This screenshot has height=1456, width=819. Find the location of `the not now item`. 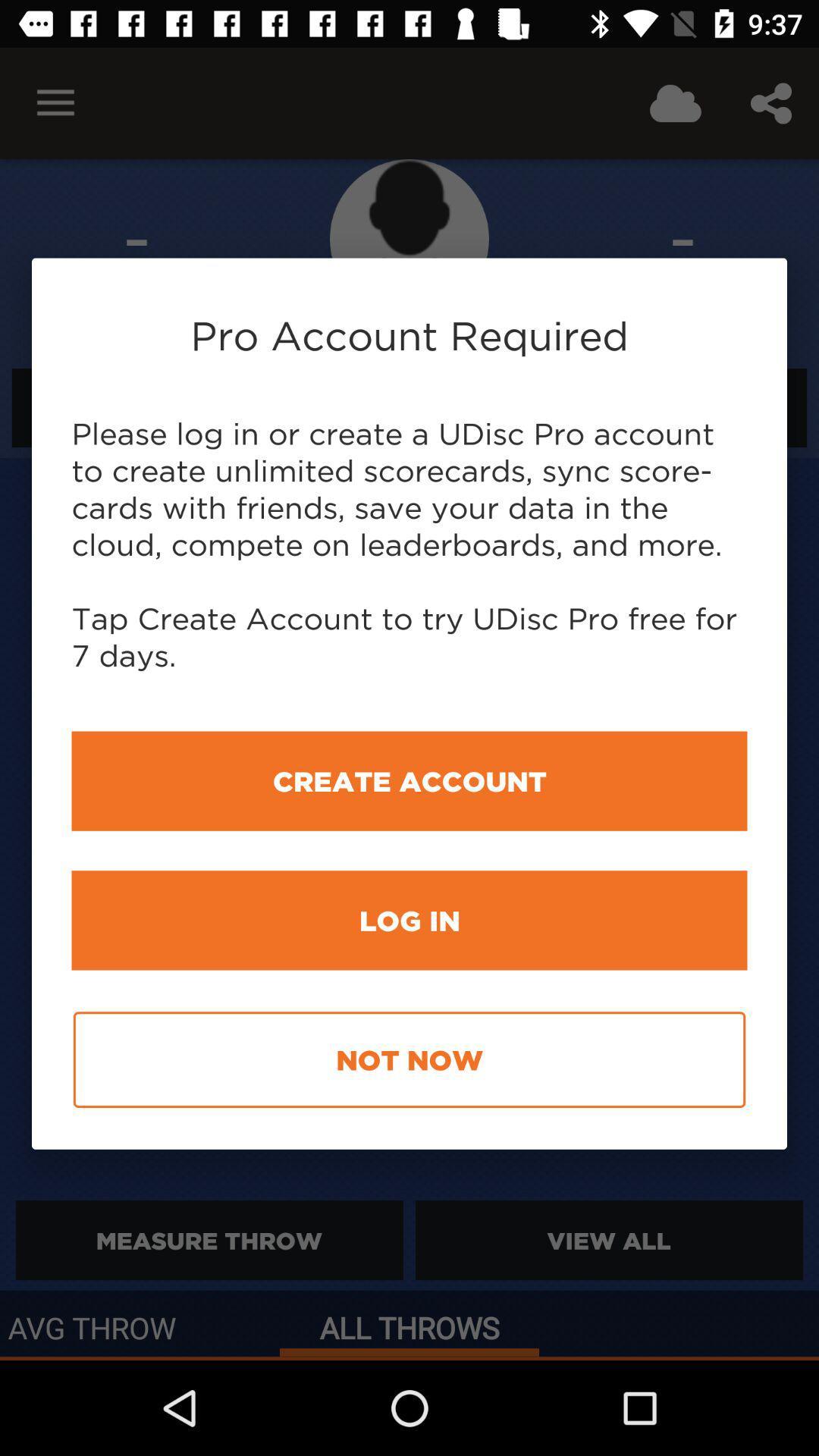

the not now item is located at coordinates (409, 1059).